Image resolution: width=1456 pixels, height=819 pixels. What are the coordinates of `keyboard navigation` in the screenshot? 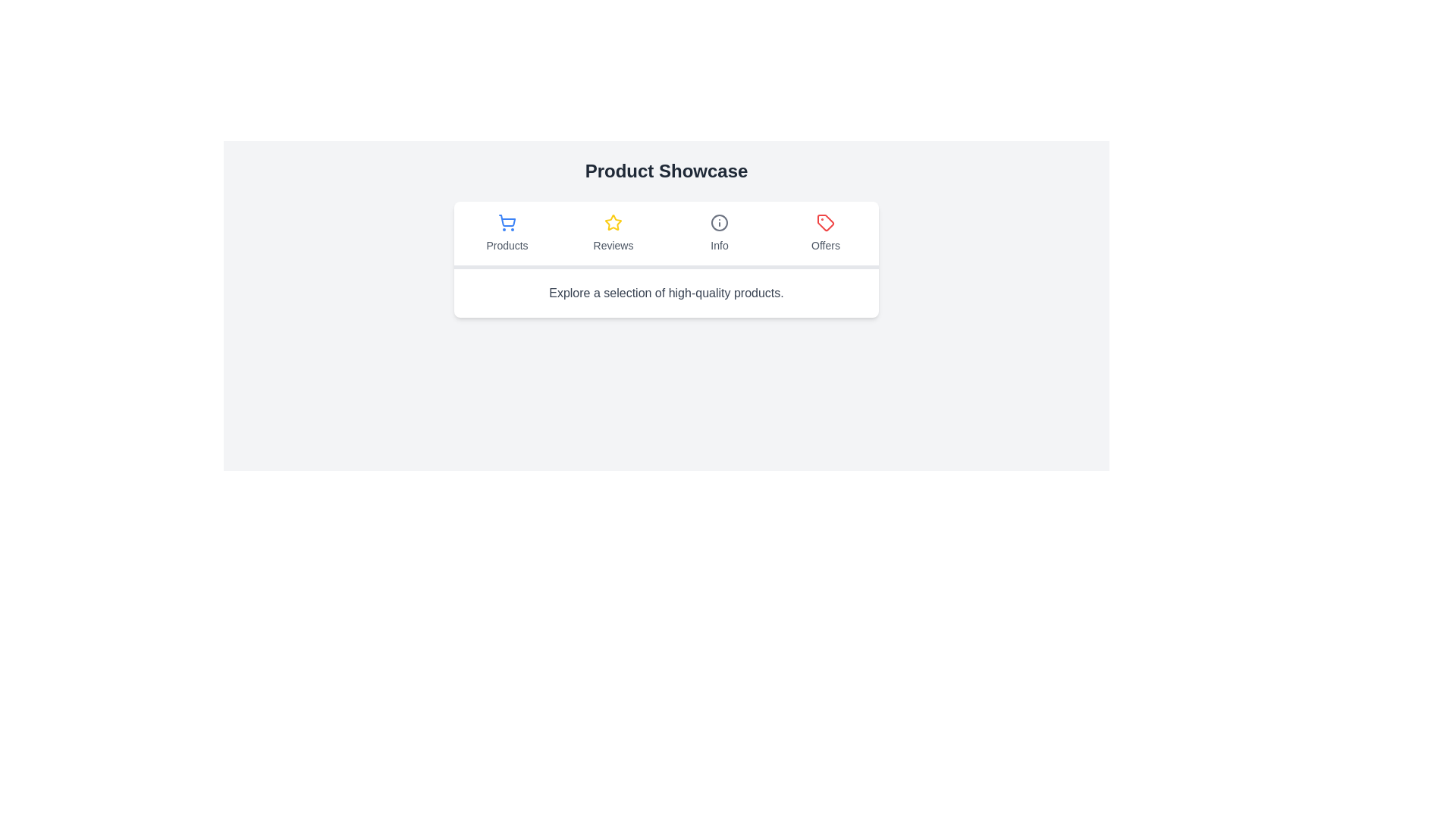 It's located at (613, 222).